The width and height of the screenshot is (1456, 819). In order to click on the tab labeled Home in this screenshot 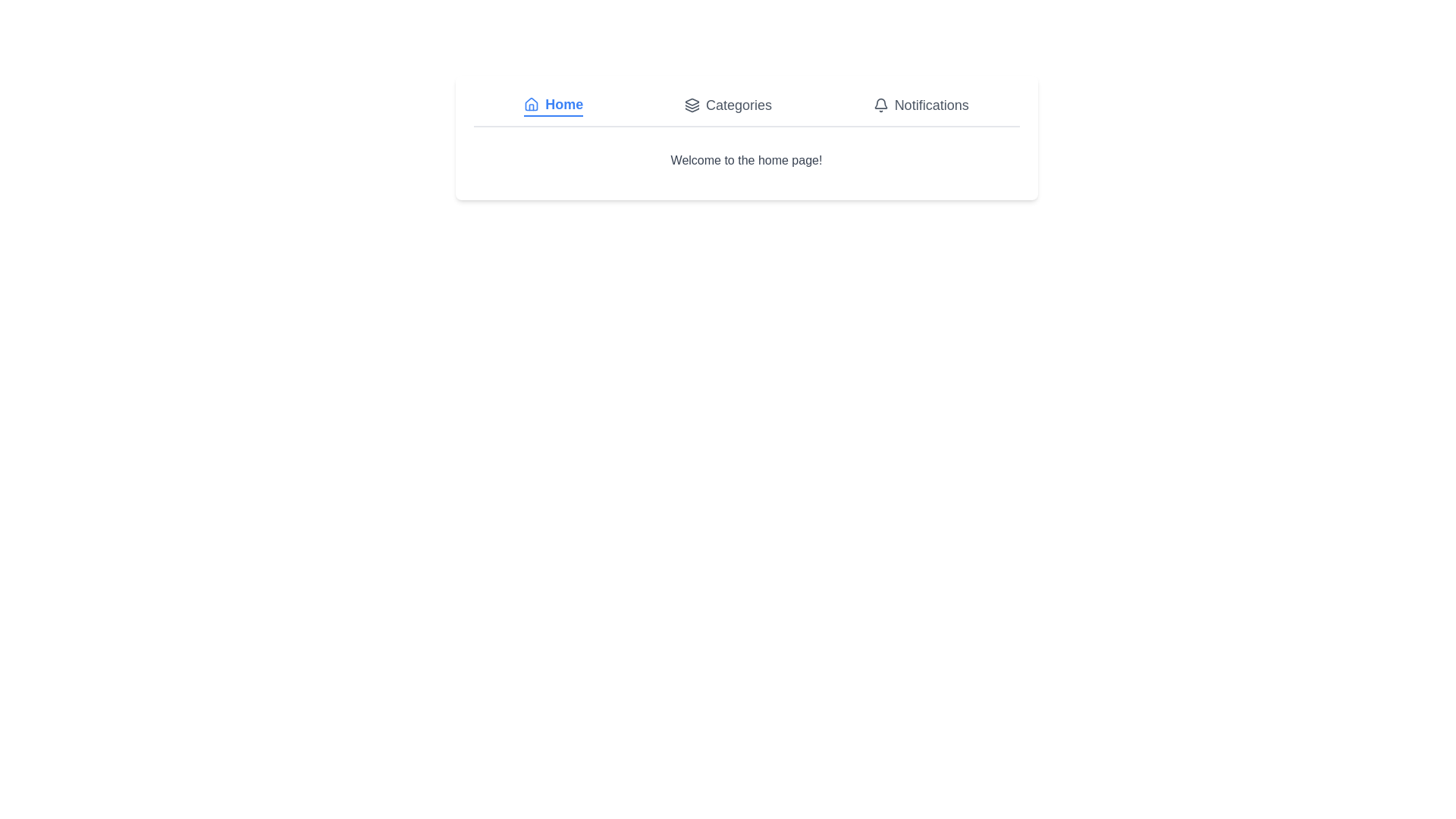, I will do `click(553, 104)`.